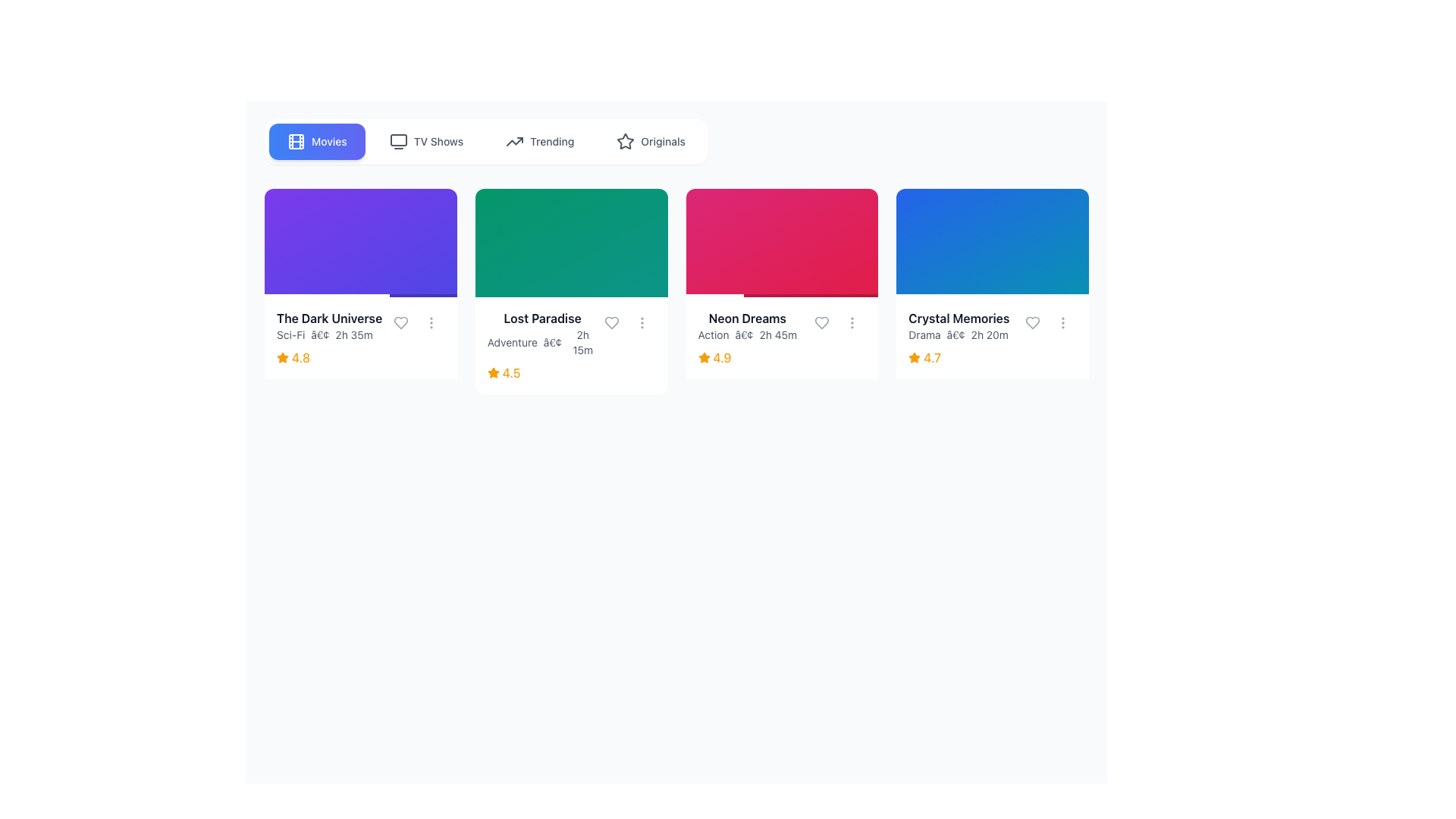  Describe the element at coordinates (703, 357) in the screenshot. I see `the small star-shaped icon with a yellow fill, located in the movie rating section below the 'Neon Dreams' movie card, which signifies its association with ratings` at that location.